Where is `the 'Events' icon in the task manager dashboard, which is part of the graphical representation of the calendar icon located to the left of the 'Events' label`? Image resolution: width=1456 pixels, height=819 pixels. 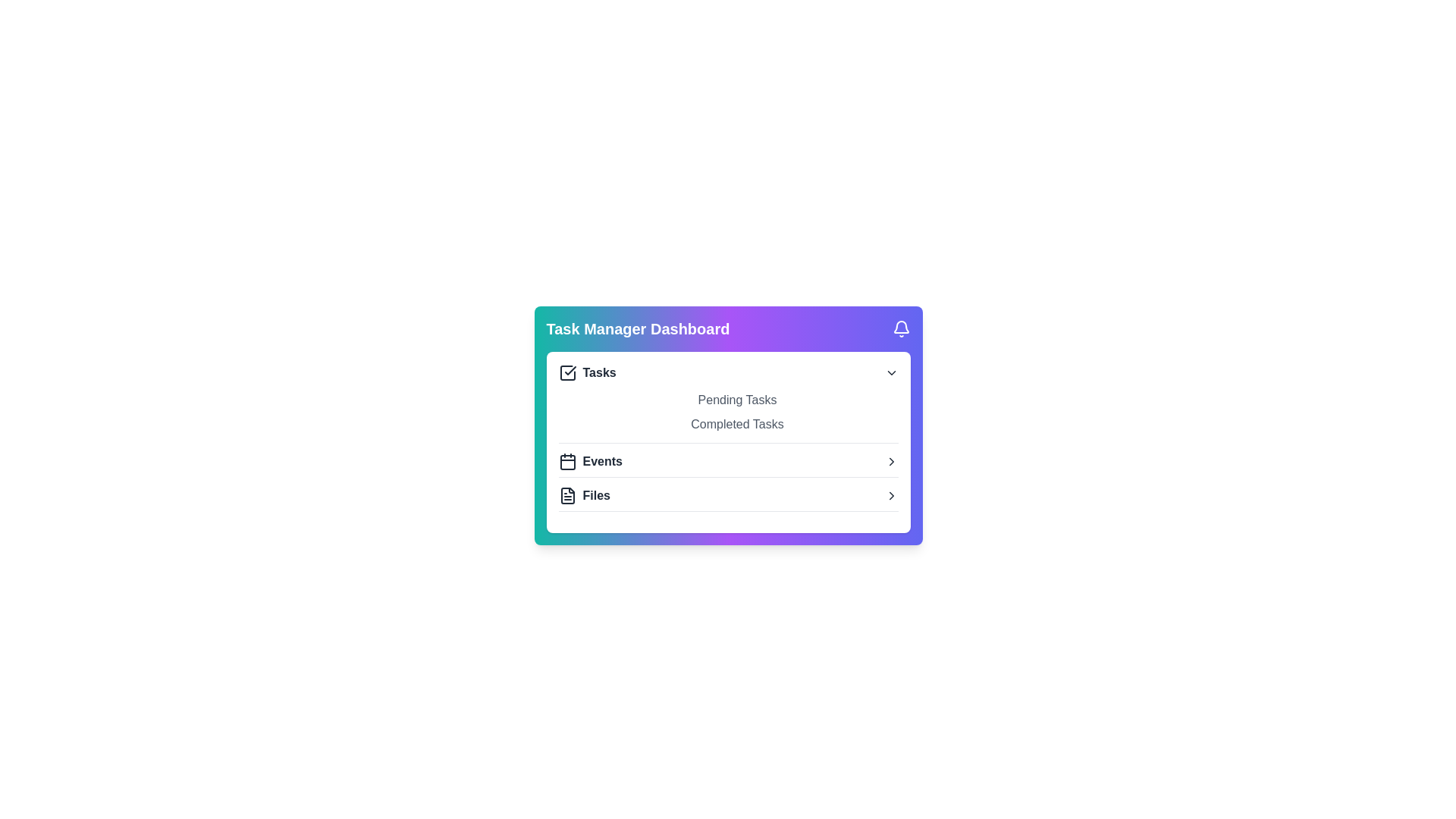
the 'Events' icon in the task manager dashboard, which is part of the graphical representation of the calendar icon located to the left of the 'Events' label is located at coordinates (566, 461).